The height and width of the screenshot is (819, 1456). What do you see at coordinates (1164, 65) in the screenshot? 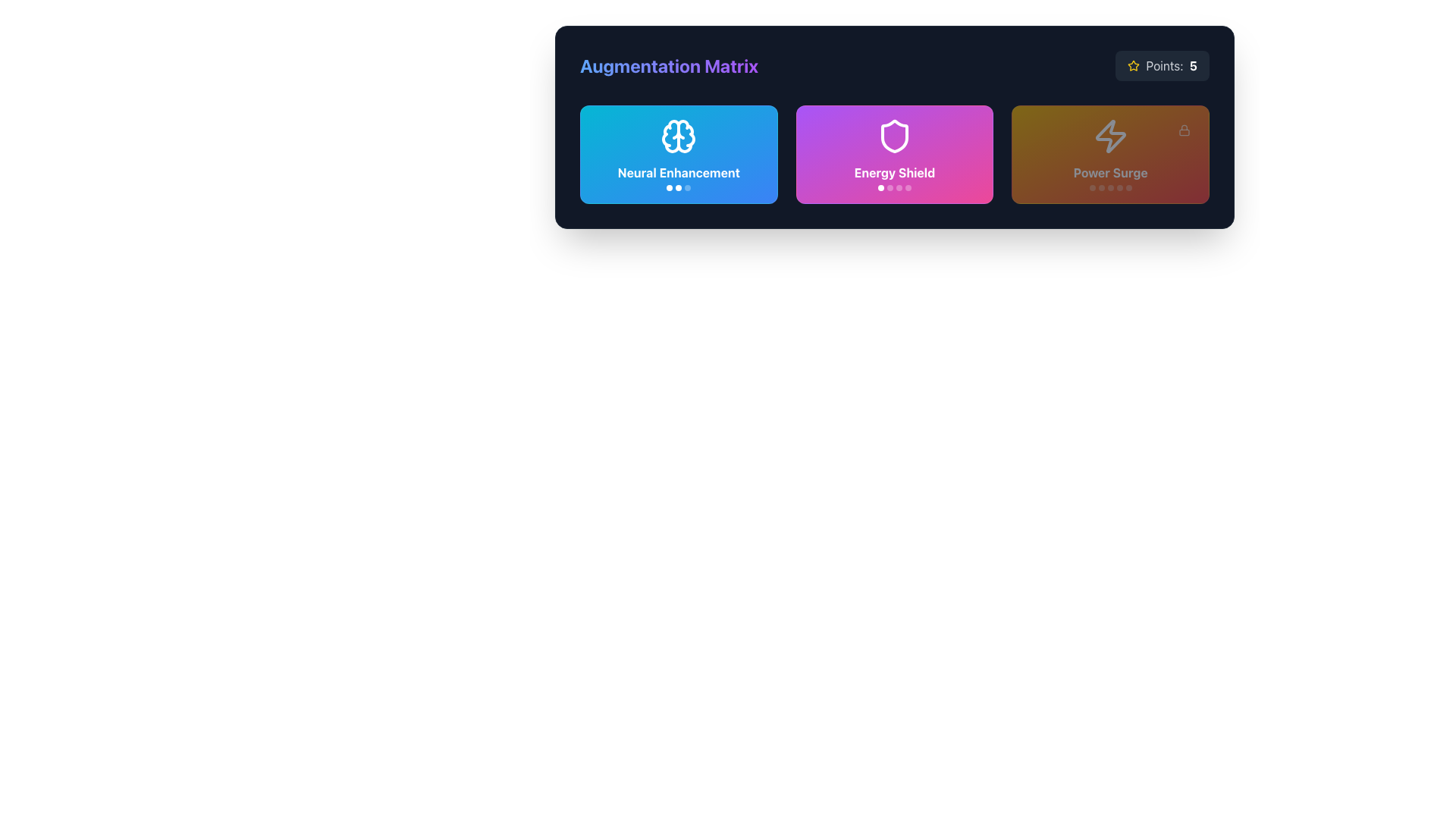
I see `the static text label indicating 'Points' that is located next to the number '5' and preceded by a star icon` at bounding box center [1164, 65].